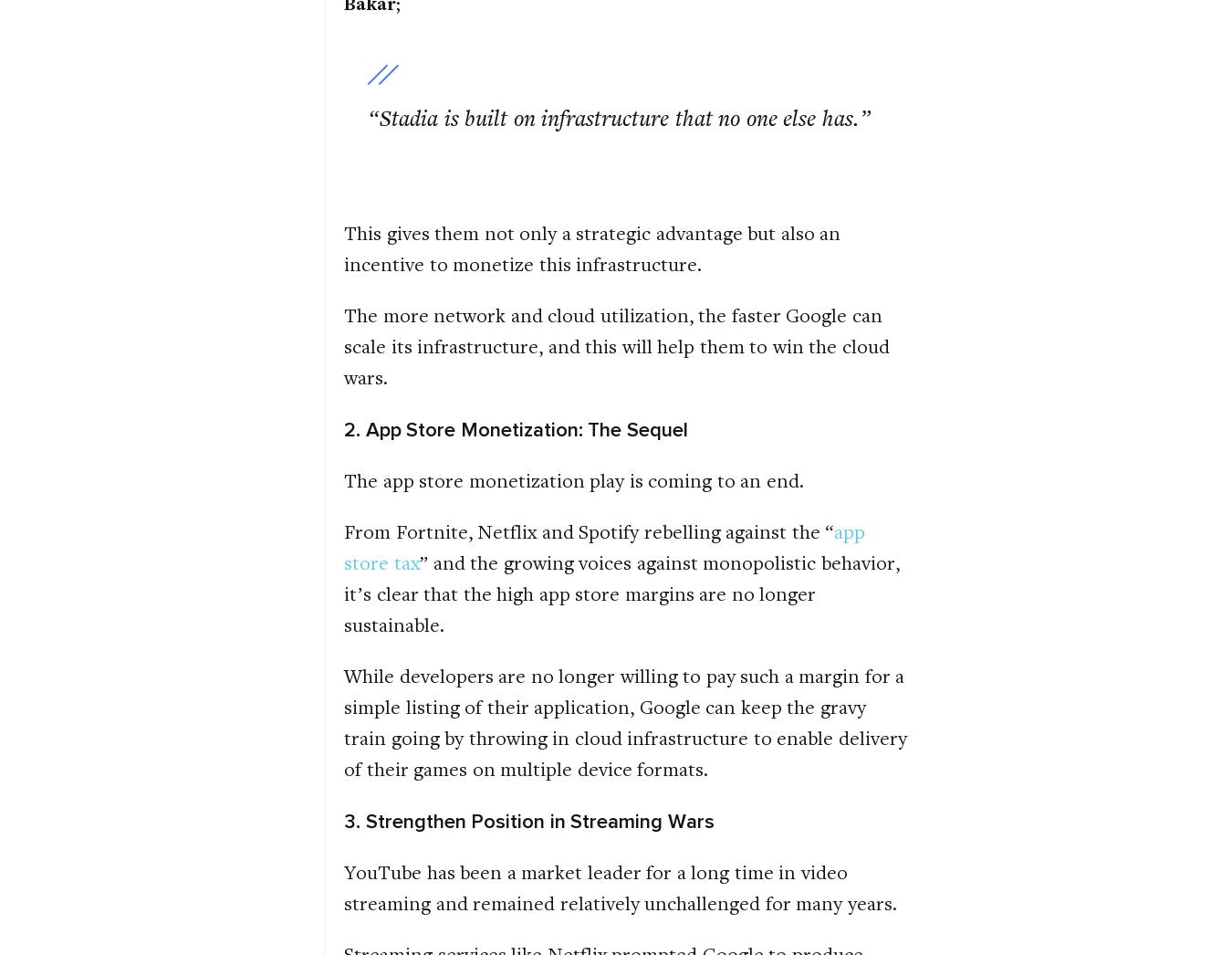 This screenshot has width=1232, height=955. Describe the element at coordinates (623, 721) in the screenshot. I see `'While developers are no longer willing to pay such a margin for a simple listing of their application, Google can keep the gravy train going by throwing in cloud infrastructure to enable delivery of their games on multiple device formats.'` at that location.